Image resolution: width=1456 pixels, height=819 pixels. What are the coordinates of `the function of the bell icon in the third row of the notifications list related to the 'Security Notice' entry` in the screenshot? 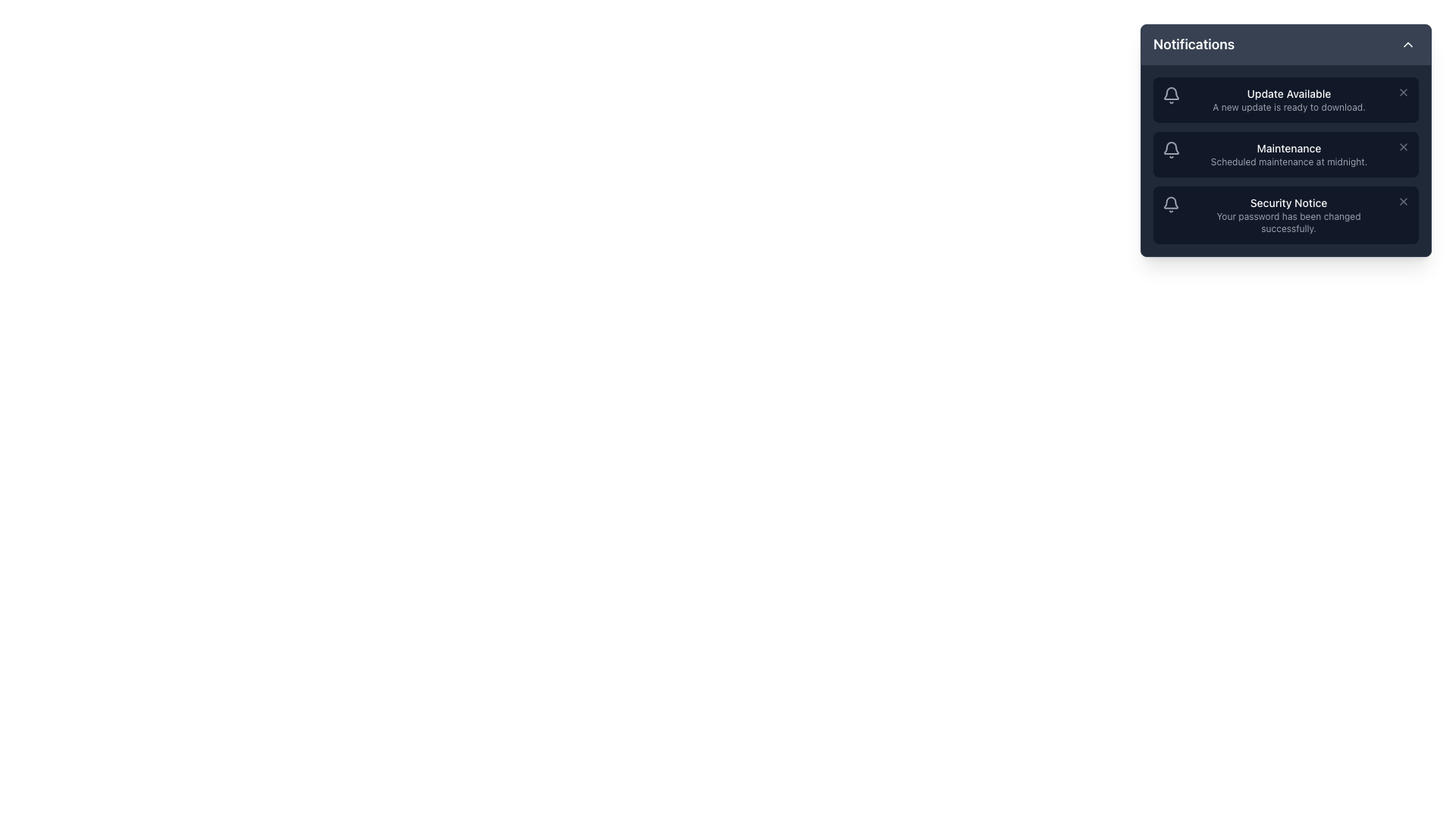 It's located at (1170, 202).